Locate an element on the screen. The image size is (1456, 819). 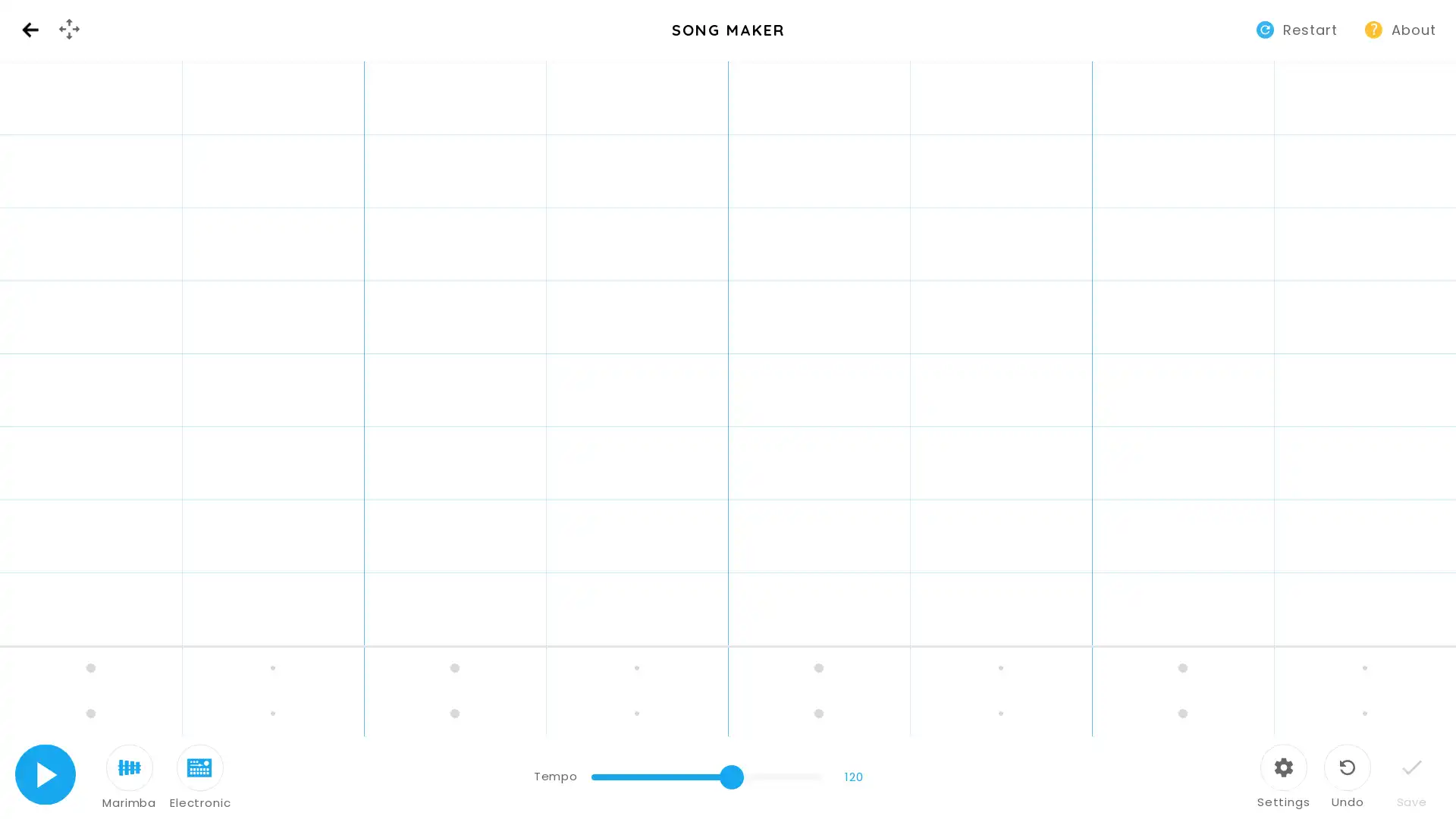
Undo is located at coordinates (1347, 777).